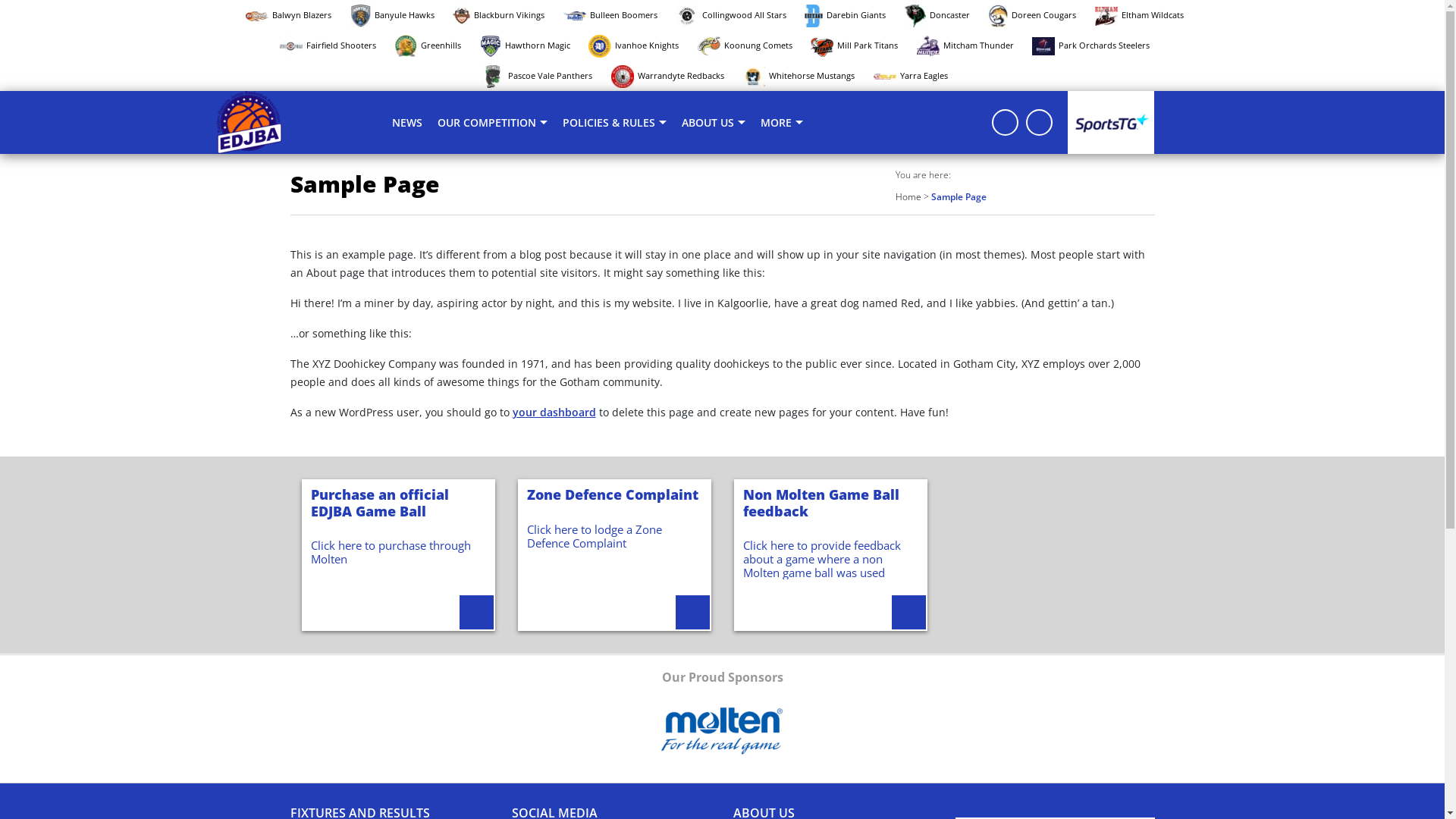 The height and width of the screenshot is (819, 1456). Describe the element at coordinates (861, 44) in the screenshot. I see `'Mill Park Titans'` at that location.